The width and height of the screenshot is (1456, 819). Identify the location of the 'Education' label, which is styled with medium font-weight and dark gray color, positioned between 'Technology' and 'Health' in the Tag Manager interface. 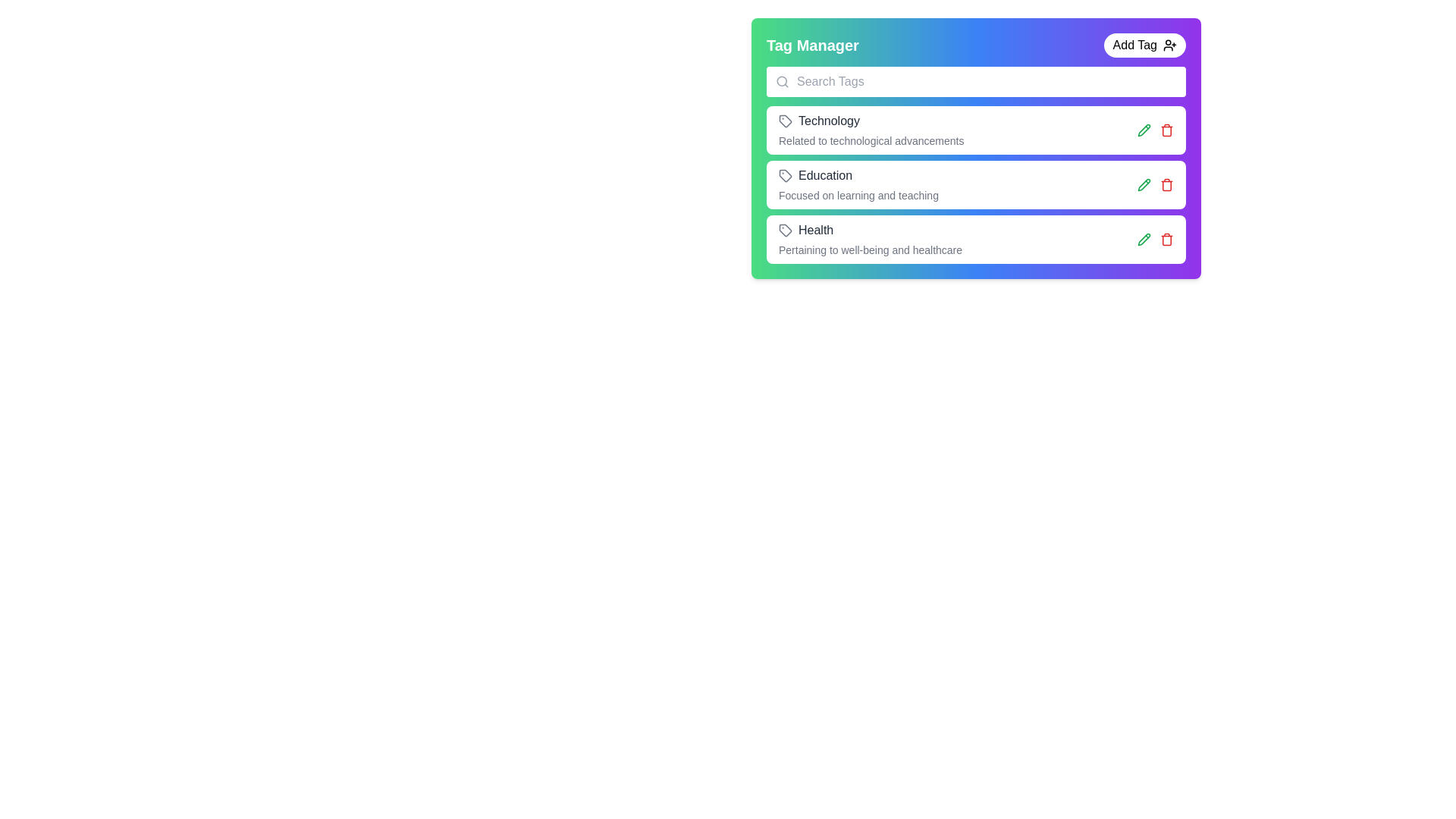
(824, 174).